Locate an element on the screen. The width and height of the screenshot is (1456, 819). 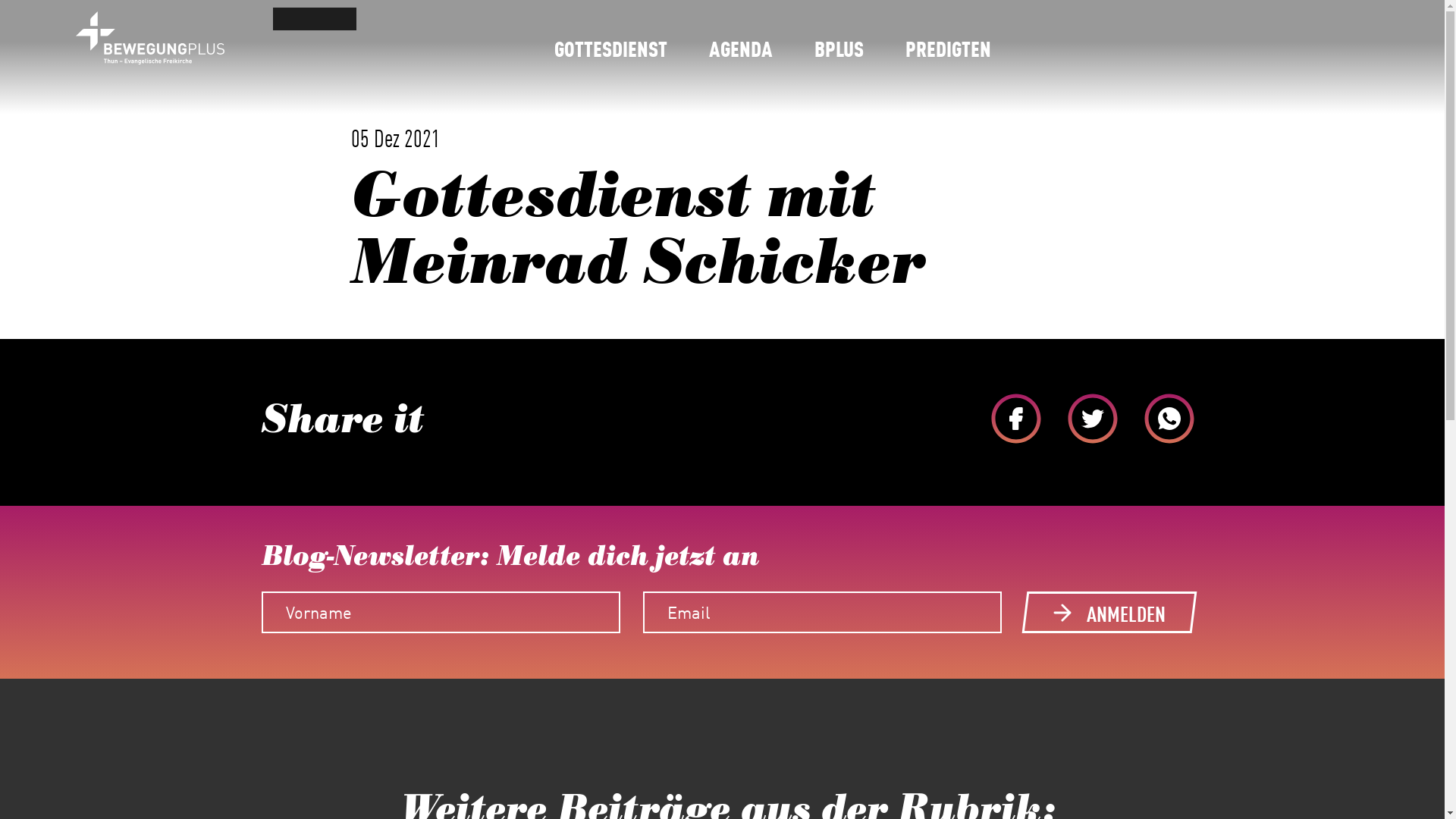
'ANMELDEN' is located at coordinates (1106, 611).